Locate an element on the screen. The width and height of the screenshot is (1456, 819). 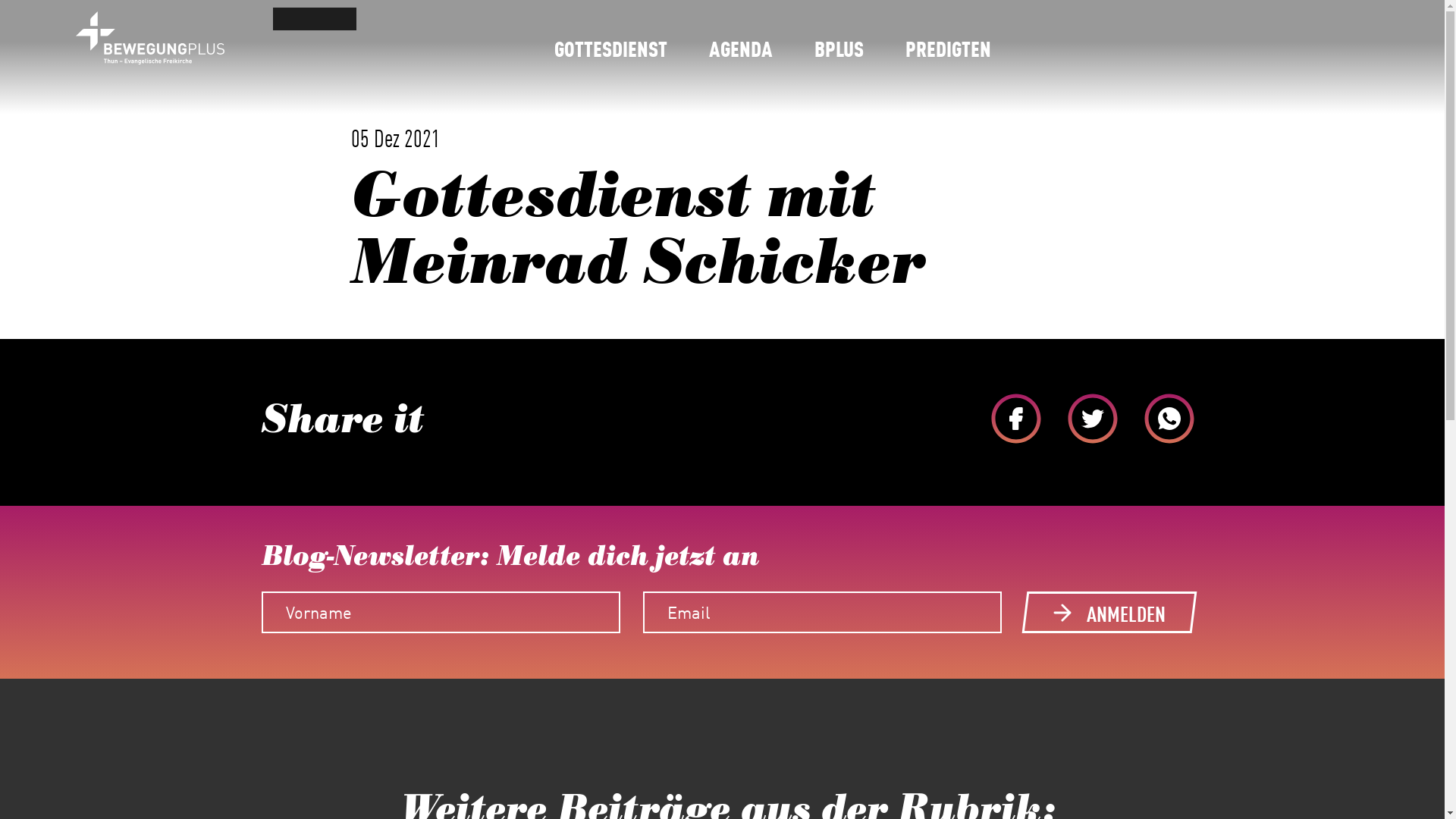
'ANMELDEN' is located at coordinates (1106, 611).